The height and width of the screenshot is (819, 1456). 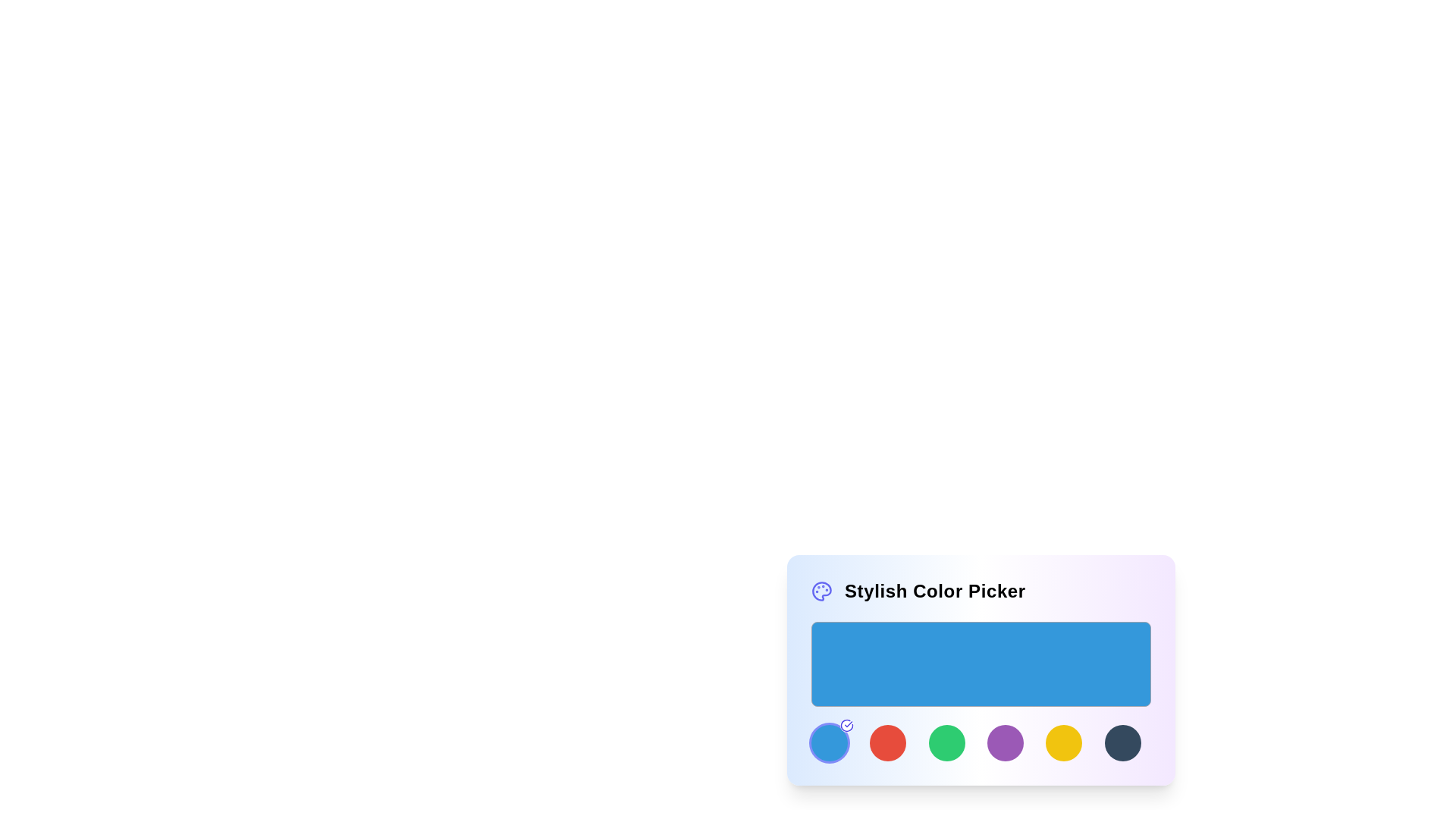 I want to click on the sixth circular color selection button to trigger the scale effect, so click(x=1122, y=742).